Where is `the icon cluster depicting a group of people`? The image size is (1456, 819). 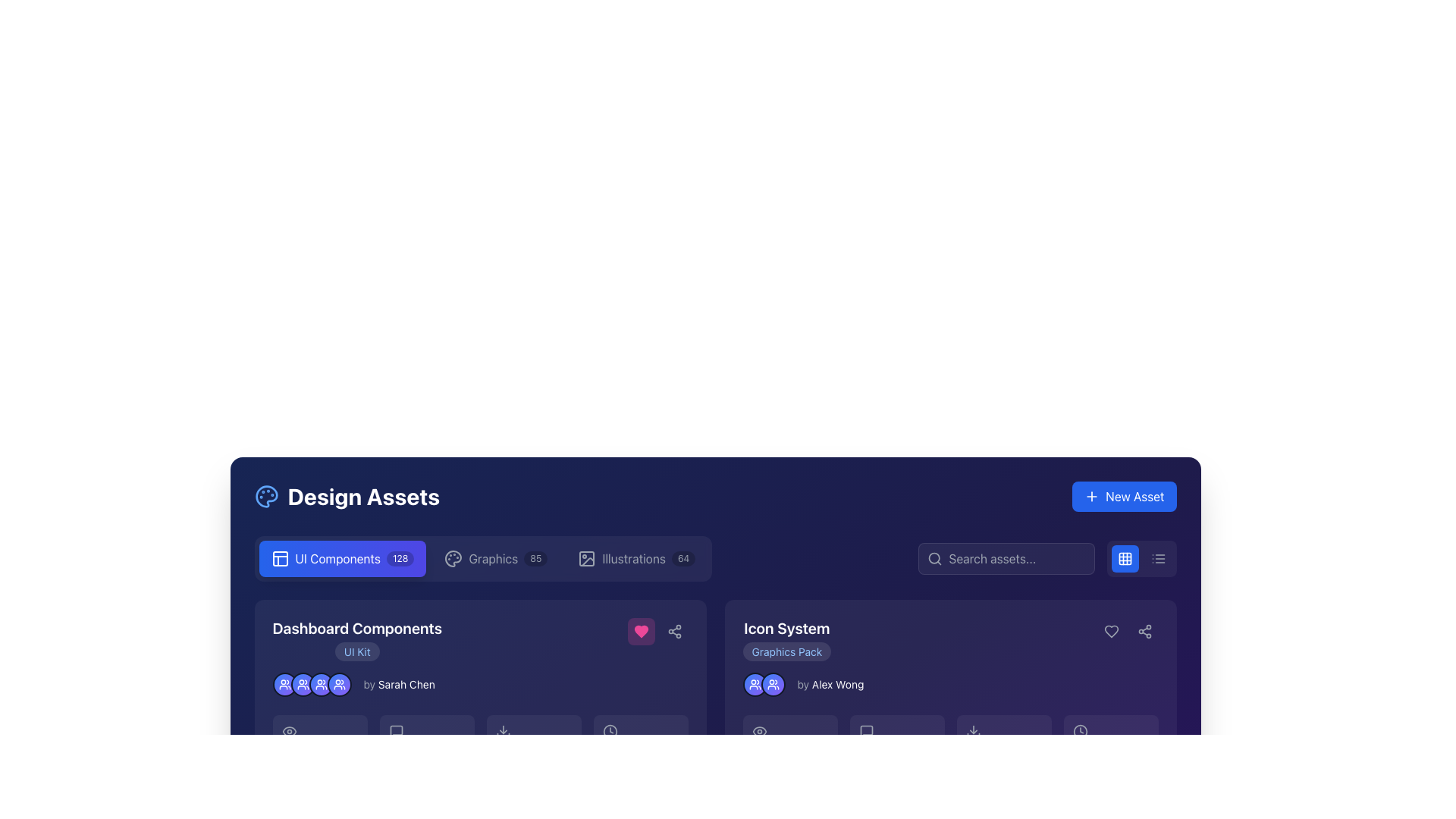 the icon cluster depicting a group of people is located at coordinates (311, 684).